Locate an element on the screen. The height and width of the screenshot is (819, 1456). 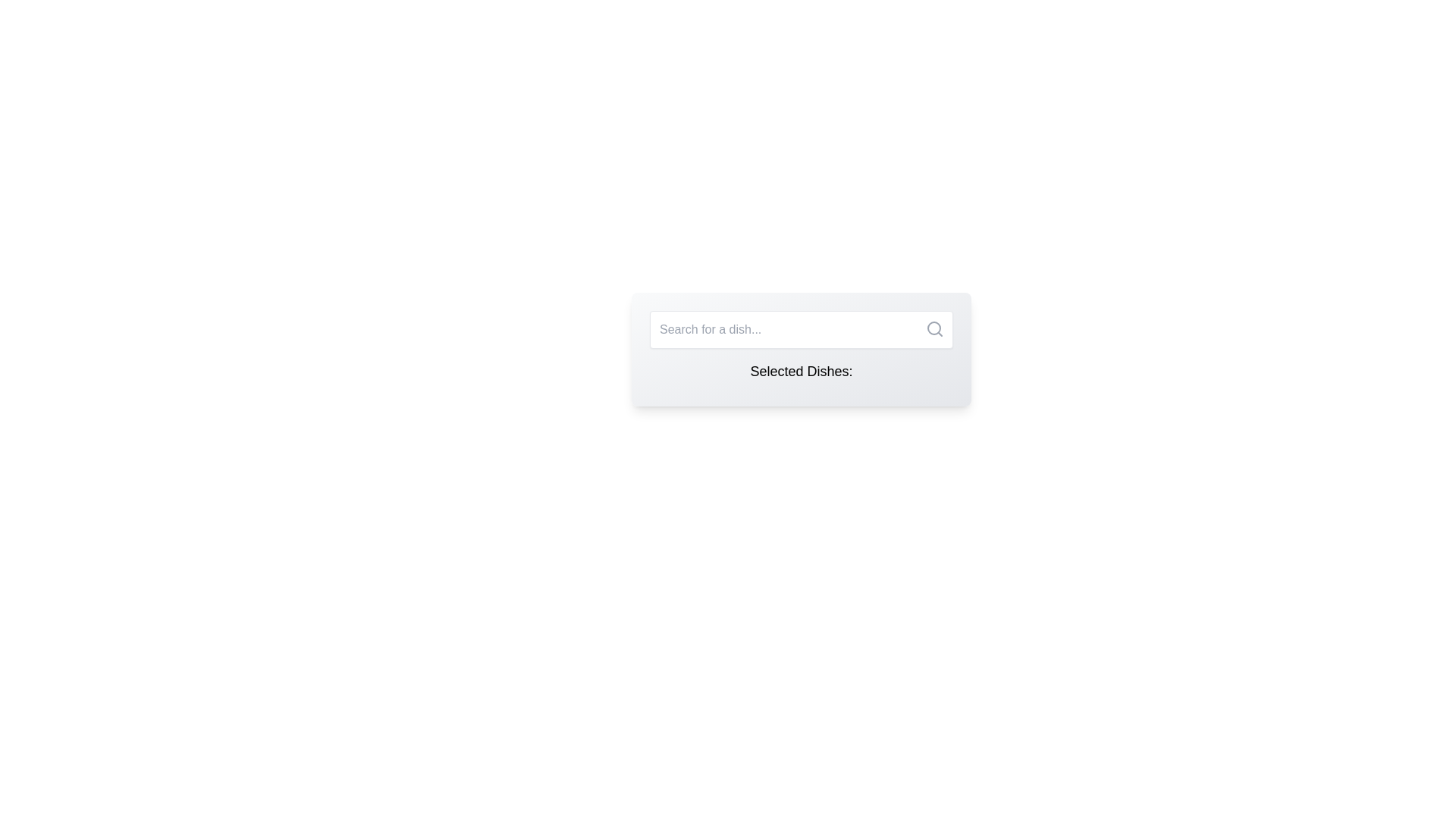
the section label, which serves as a heading for a list of selected dishes, positioned below the search bar is located at coordinates (800, 371).